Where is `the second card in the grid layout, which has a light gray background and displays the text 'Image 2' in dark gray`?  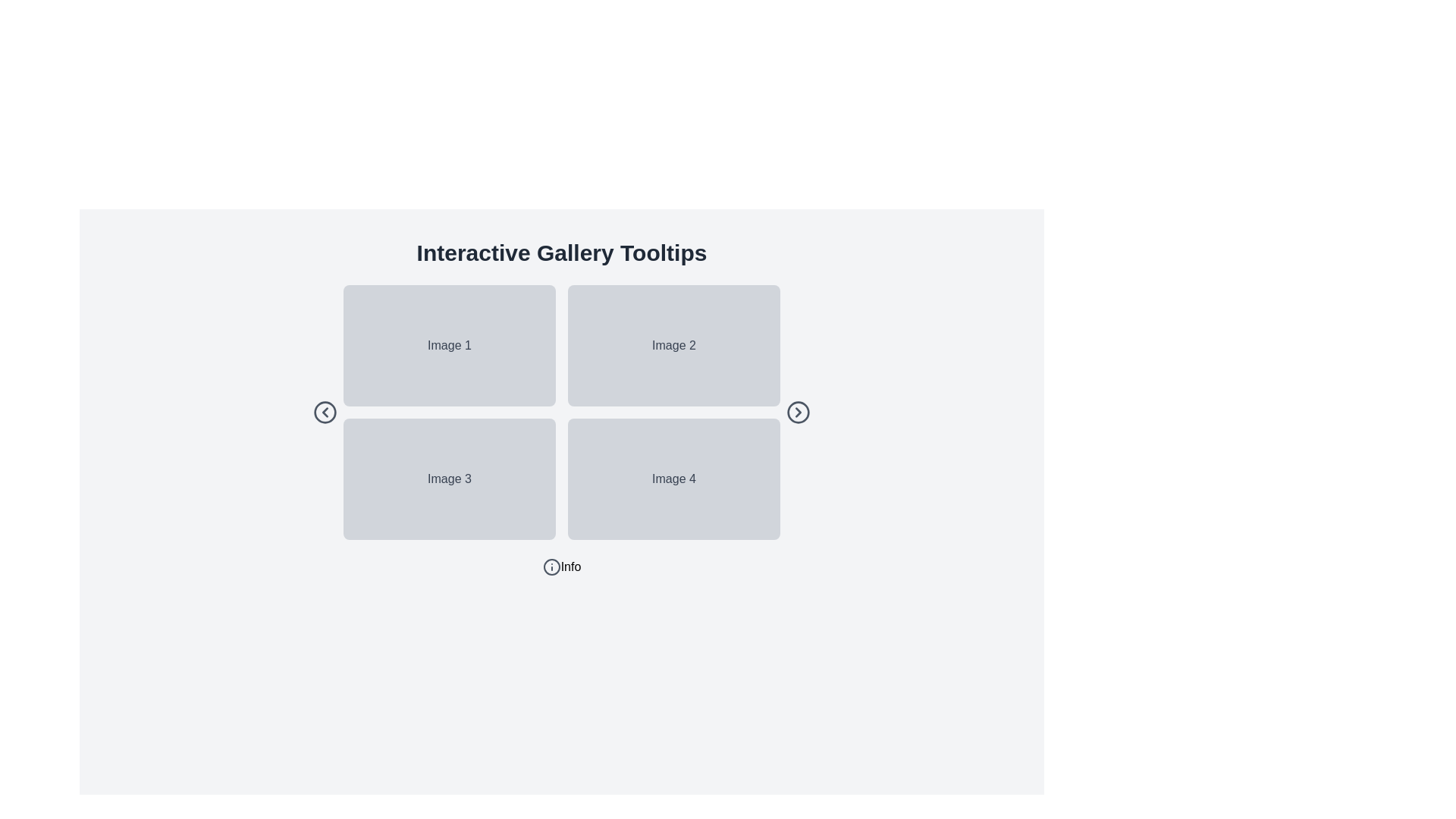
the second card in the grid layout, which has a light gray background and displays the text 'Image 2' in dark gray is located at coordinates (673, 345).